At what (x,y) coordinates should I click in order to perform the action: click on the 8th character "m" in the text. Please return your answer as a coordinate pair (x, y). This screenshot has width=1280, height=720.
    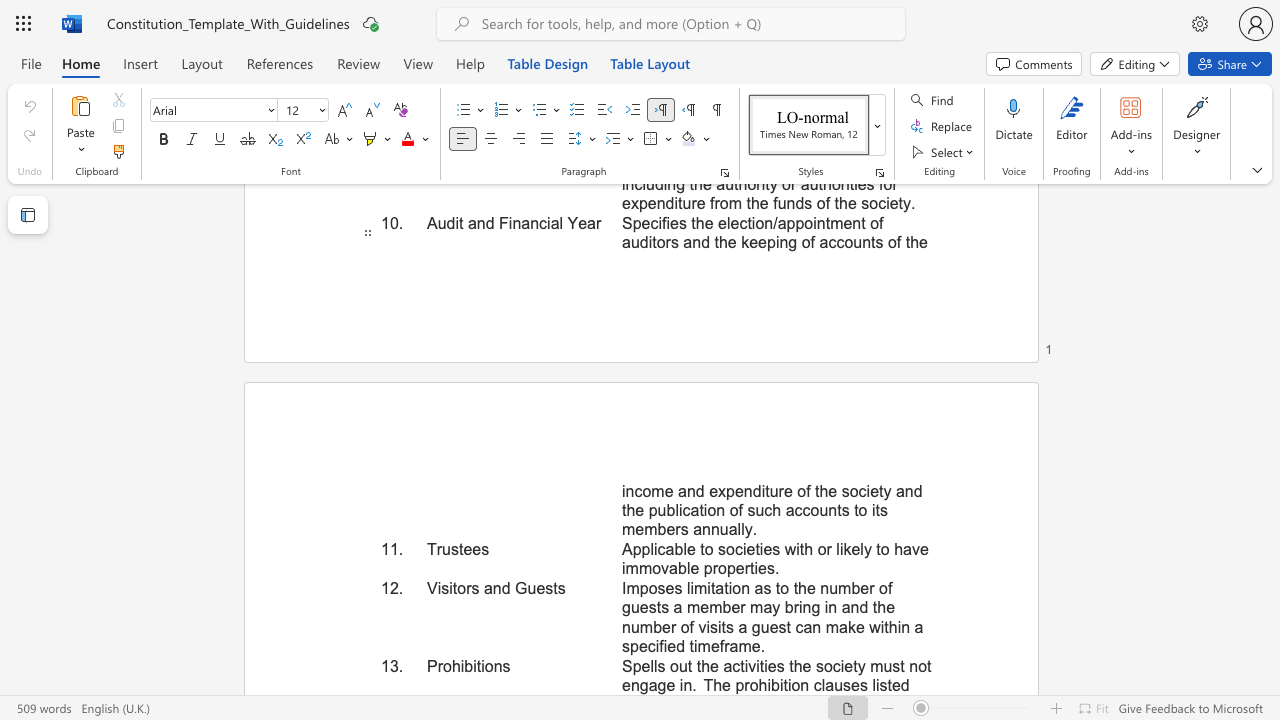
    Looking at the image, I should click on (832, 626).